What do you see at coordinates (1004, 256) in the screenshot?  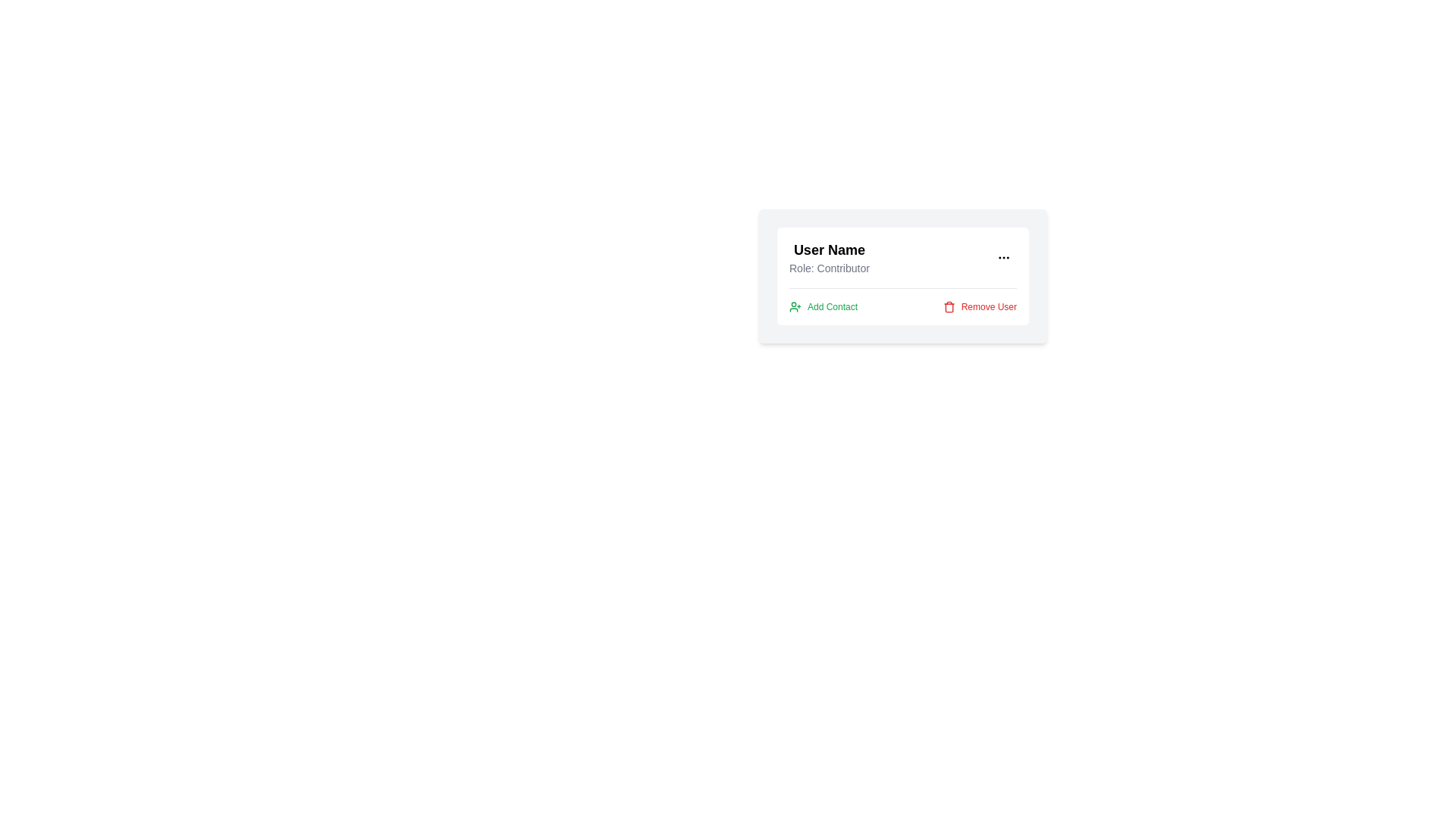 I see `the menu trigger button located at the top-right corner of the user role section, adjacent to 'User Name' and 'Role: Contributor'` at bounding box center [1004, 256].